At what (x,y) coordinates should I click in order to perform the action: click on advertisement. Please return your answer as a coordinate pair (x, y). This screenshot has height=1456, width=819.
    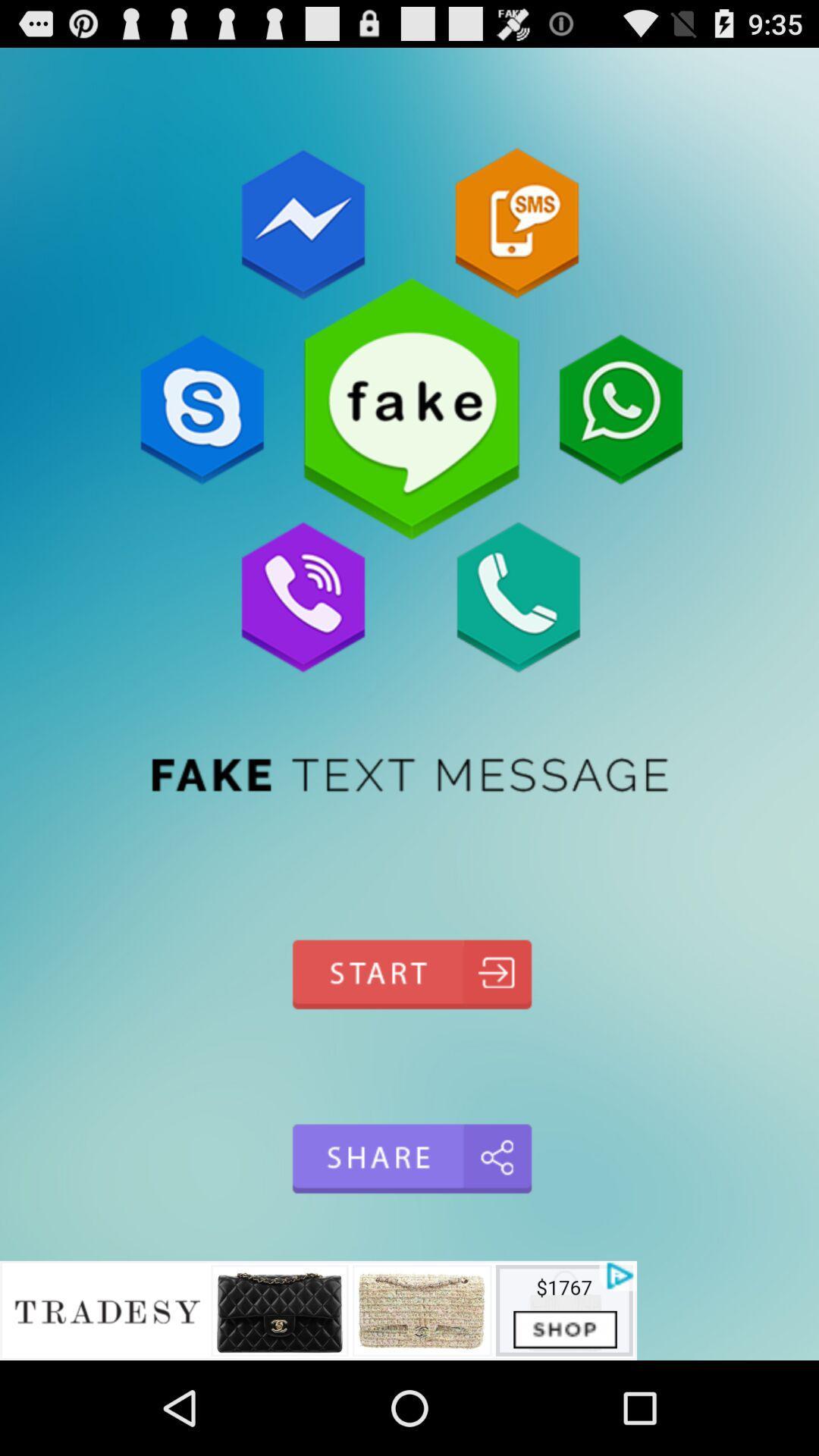
    Looking at the image, I should click on (318, 1310).